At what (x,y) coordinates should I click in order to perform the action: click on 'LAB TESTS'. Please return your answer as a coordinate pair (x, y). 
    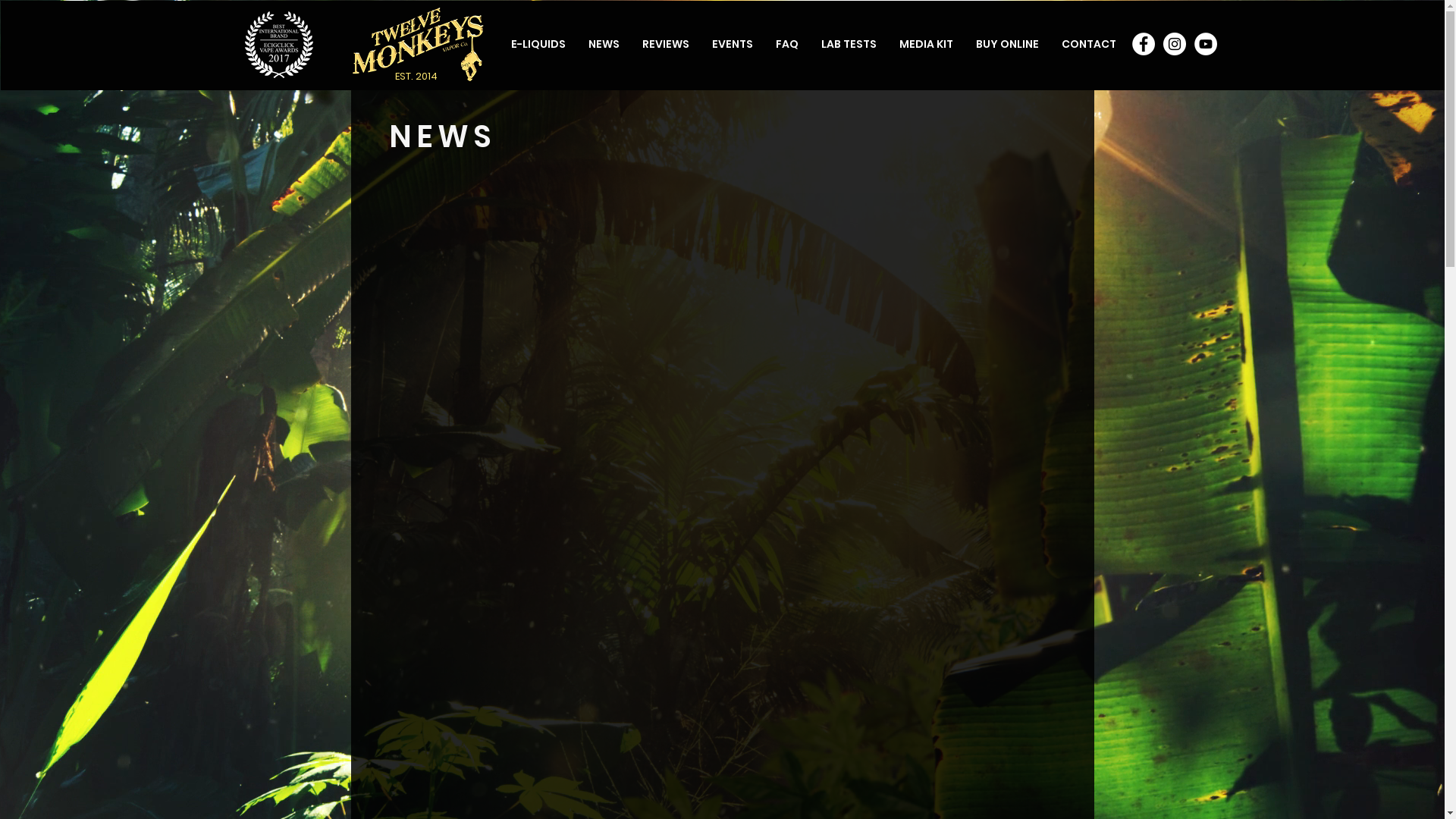
    Looking at the image, I should click on (848, 42).